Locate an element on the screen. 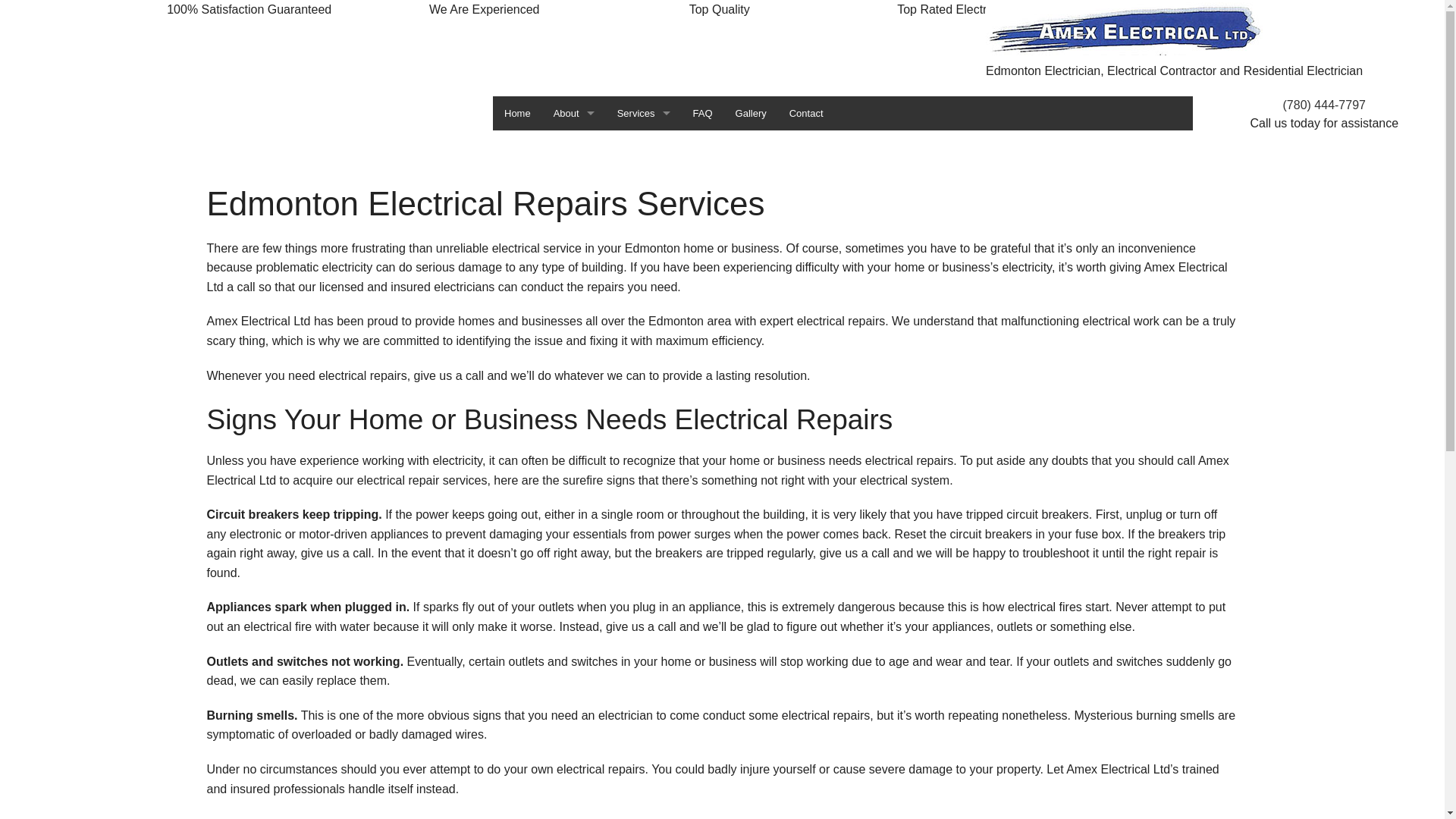 This screenshot has width=1456, height=819. 'Home Automation' is located at coordinates (644, 215).